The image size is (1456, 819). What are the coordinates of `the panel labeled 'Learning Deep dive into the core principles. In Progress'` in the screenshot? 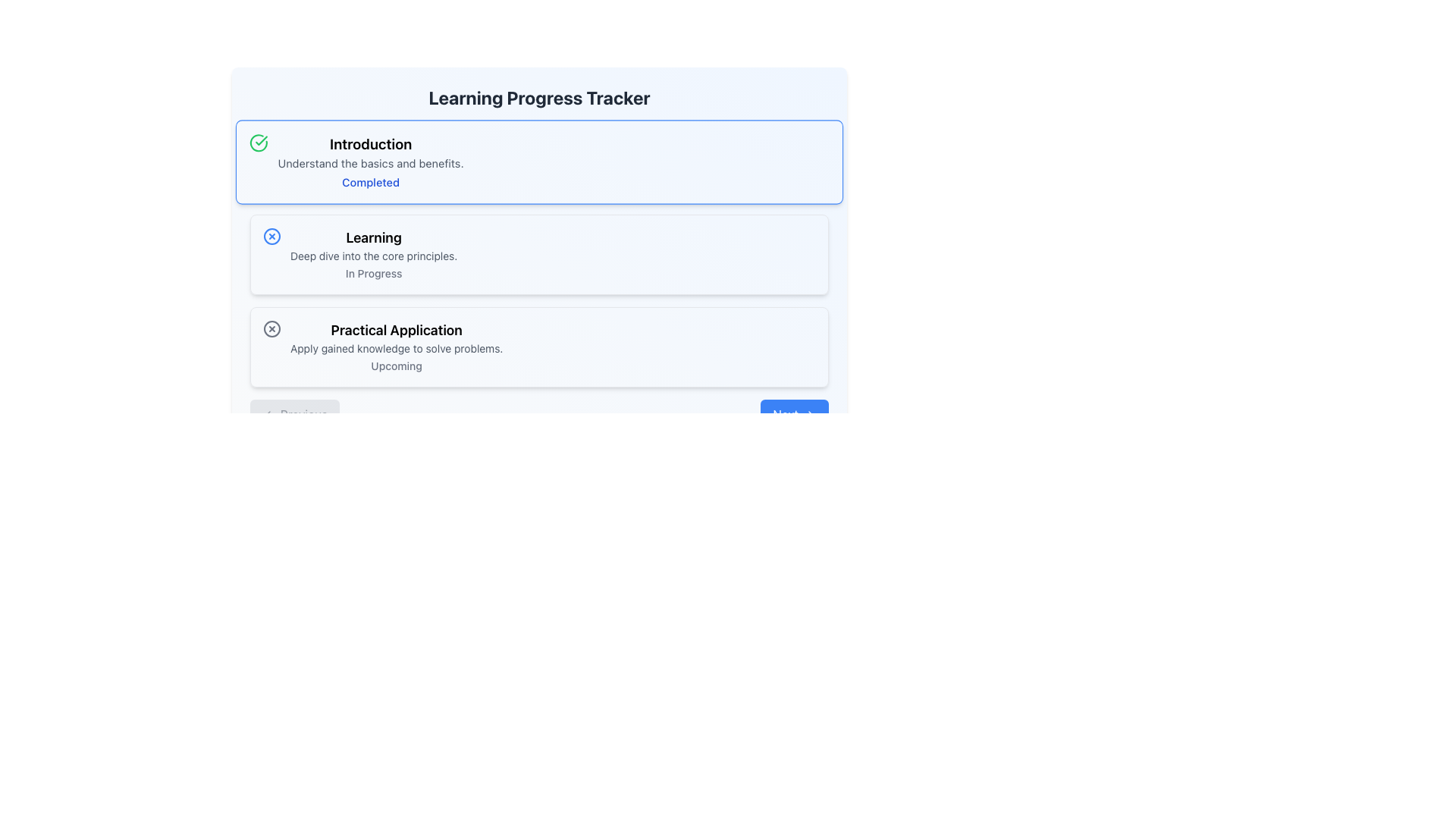 It's located at (539, 231).